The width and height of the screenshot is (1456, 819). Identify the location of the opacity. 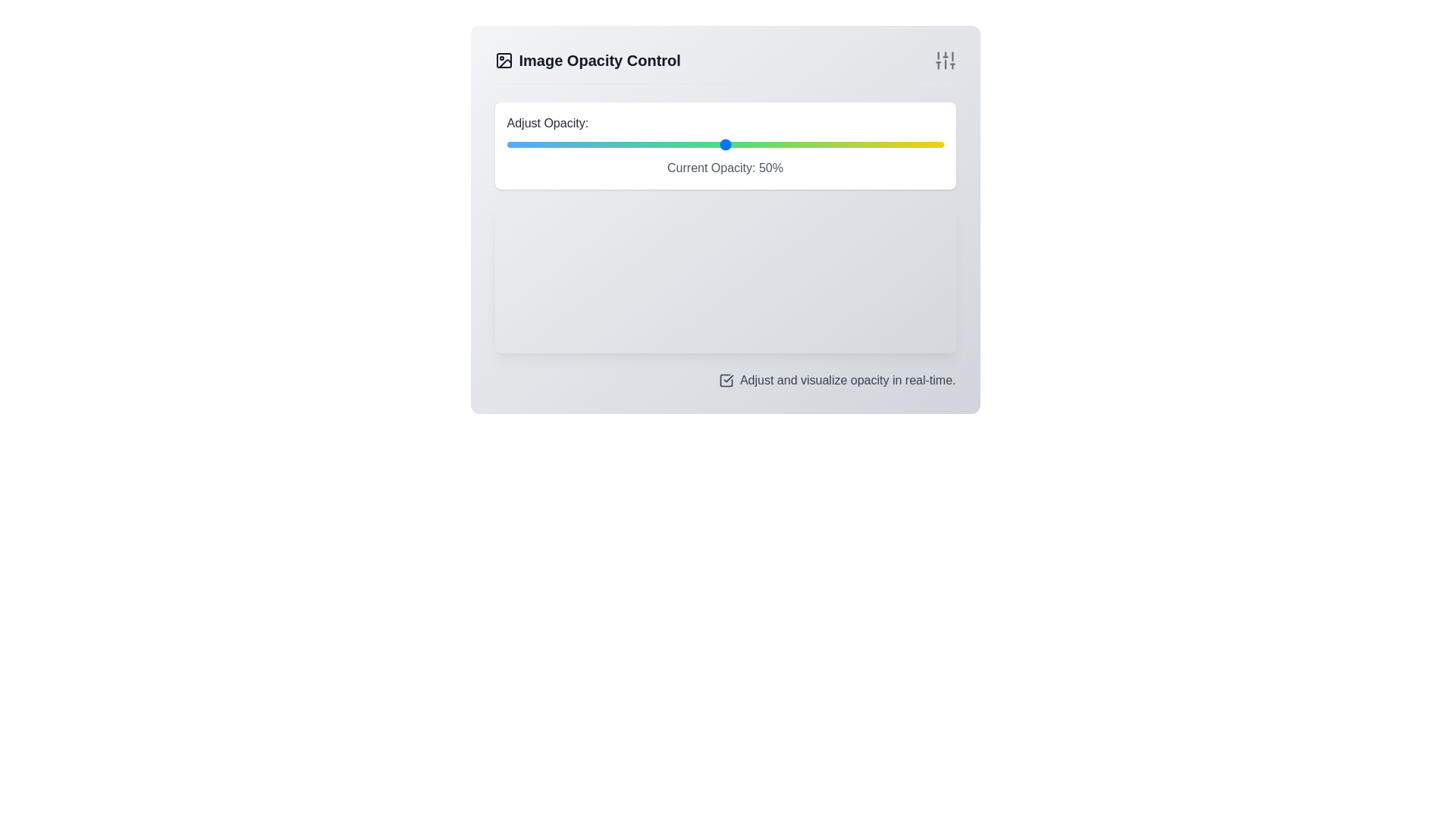
(742, 145).